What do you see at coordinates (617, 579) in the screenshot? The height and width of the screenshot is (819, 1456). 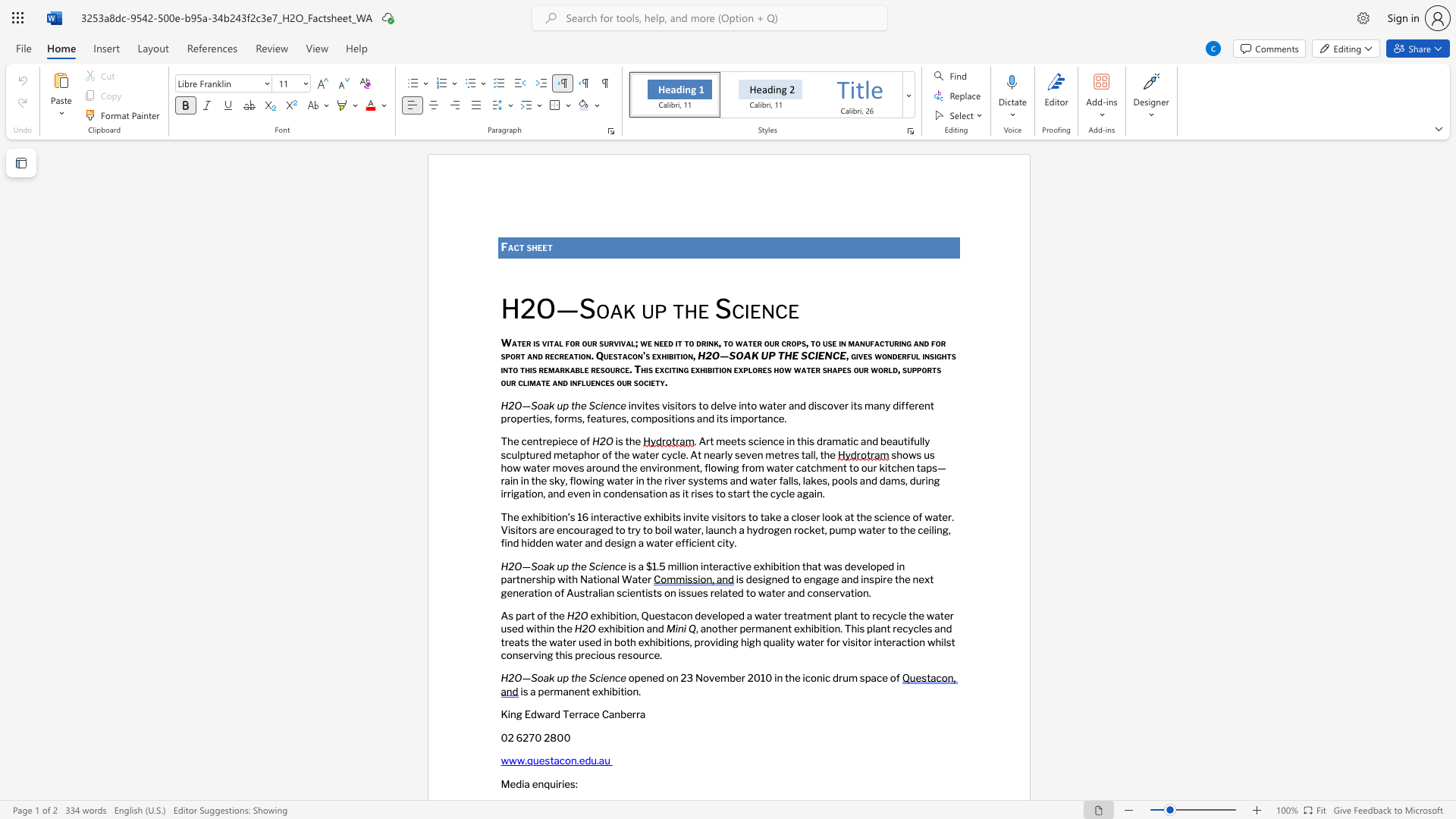 I see `the subset text "l Water" within the text "is a $1.5 million interactive exhibition that was developed in partnership with National Water"` at bounding box center [617, 579].